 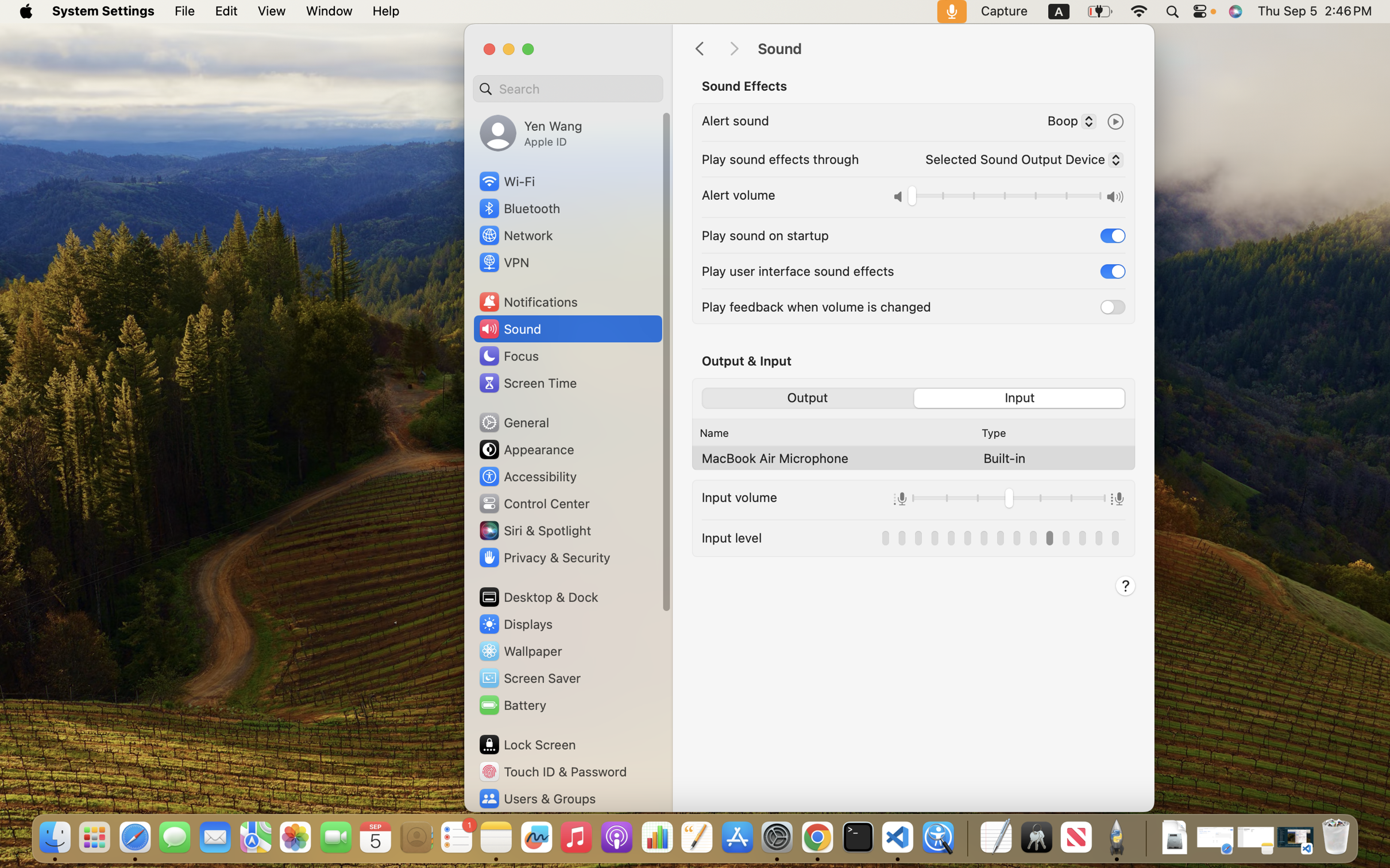 What do you see at coordinates (736, 120) in the screenshot?
I see `'Alert sound'` at bounding box center [736, 120].